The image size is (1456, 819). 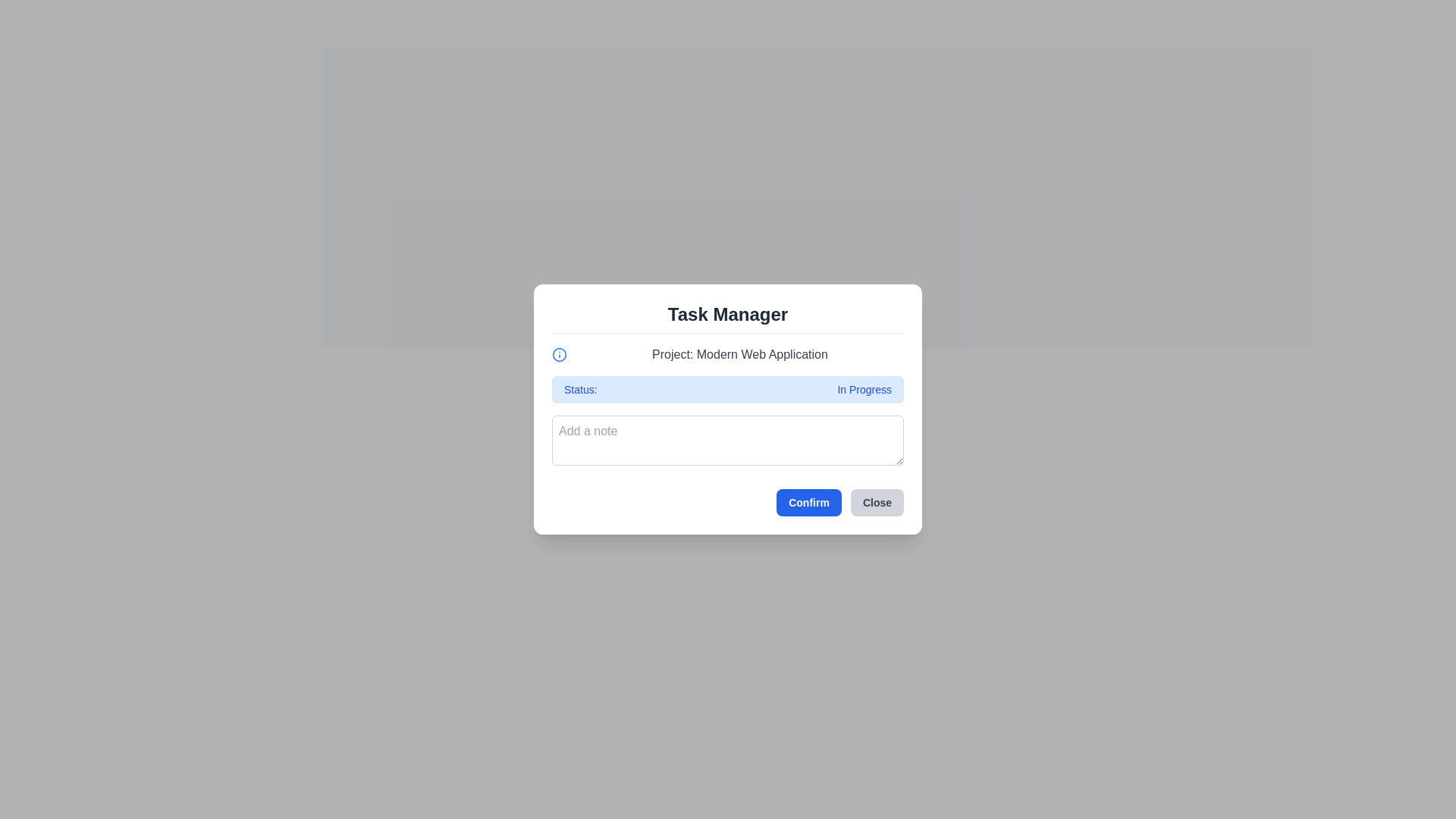 I want to click on the Static Text Label indicating 'Status: In Progress' located in the upper left portion of the modal with a light blue background, so click(x=579, y=388).